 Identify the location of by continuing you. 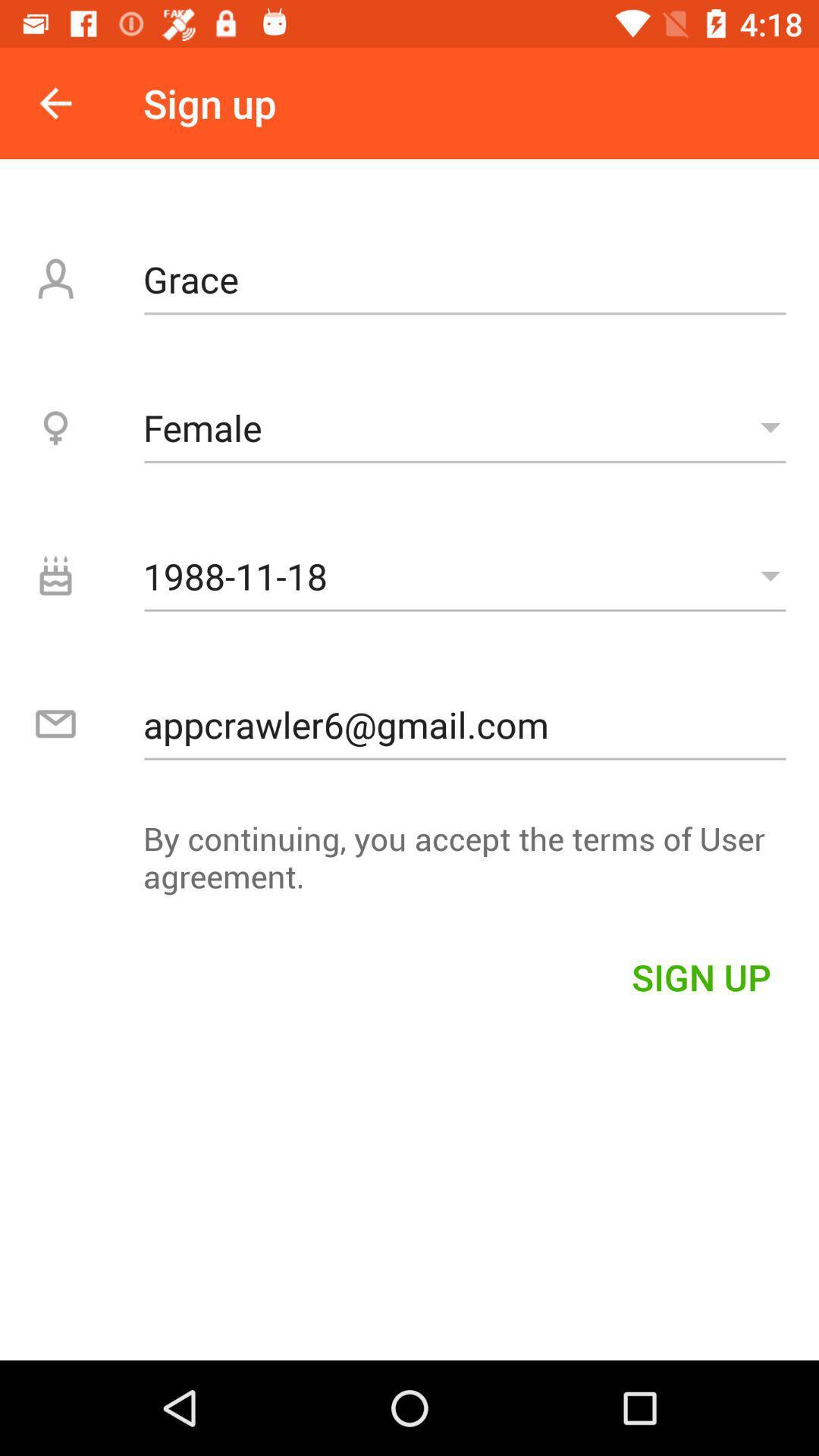
(409, 864).